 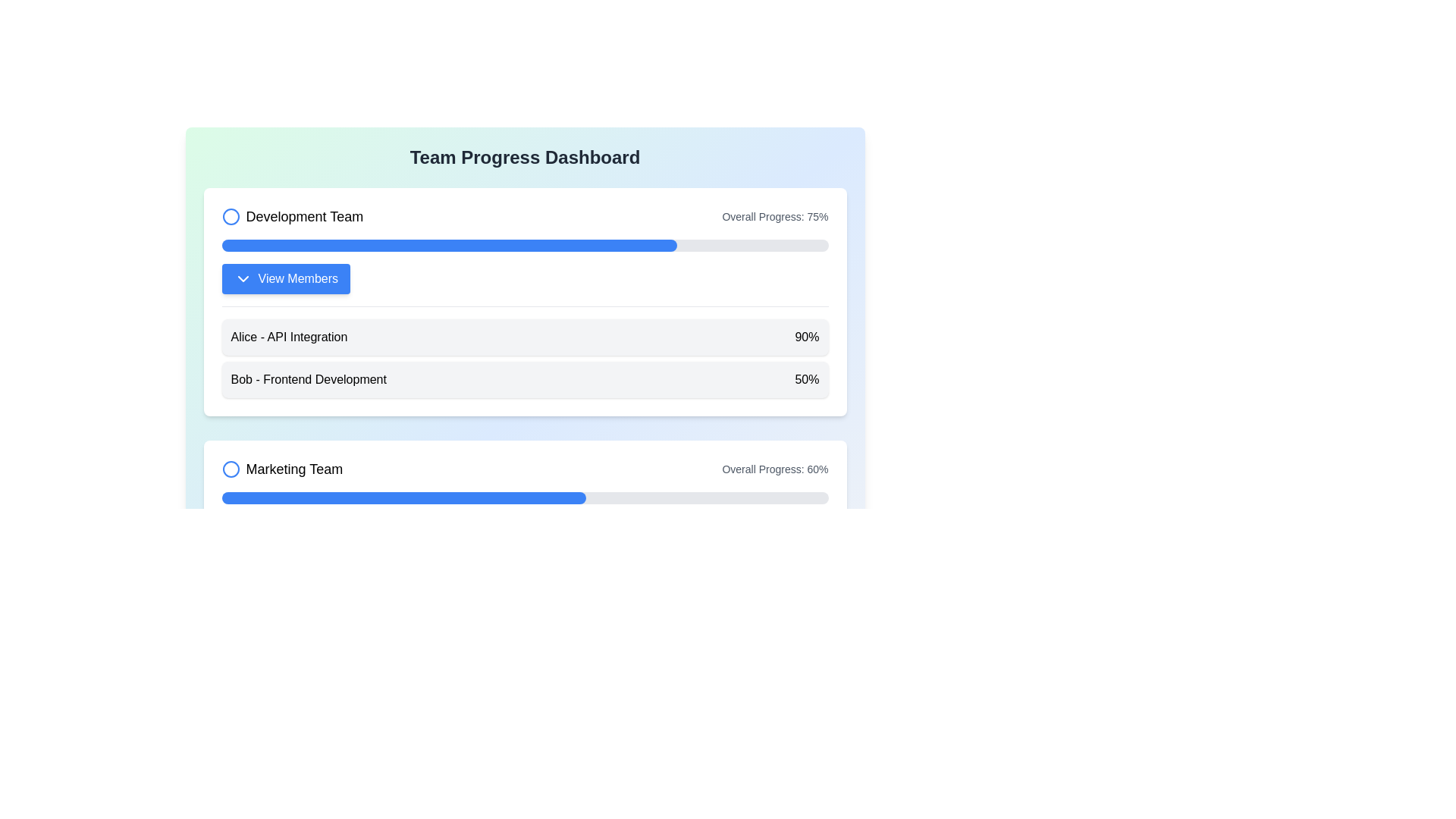 What do you see at coordinates (403, 497) in the screenshot?
I see `the visual representation of the progress bar element located below the 'Marketing Team' heading, which is a horizontal blue bar indicating 60% progress` at bounding box center [403, 497].